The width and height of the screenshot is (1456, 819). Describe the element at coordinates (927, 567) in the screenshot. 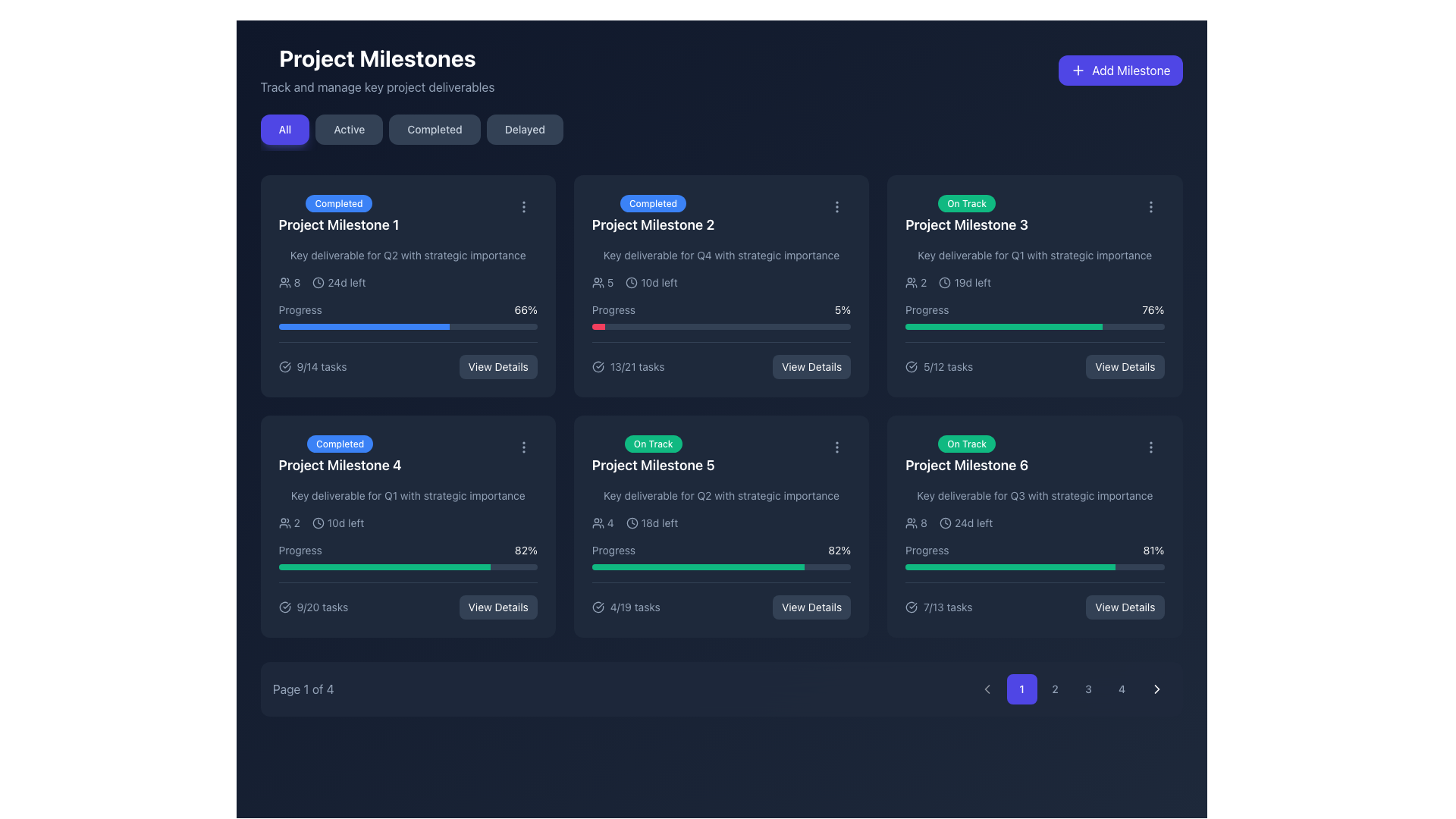

I see `the progress of Project Milestone 6` at that location.